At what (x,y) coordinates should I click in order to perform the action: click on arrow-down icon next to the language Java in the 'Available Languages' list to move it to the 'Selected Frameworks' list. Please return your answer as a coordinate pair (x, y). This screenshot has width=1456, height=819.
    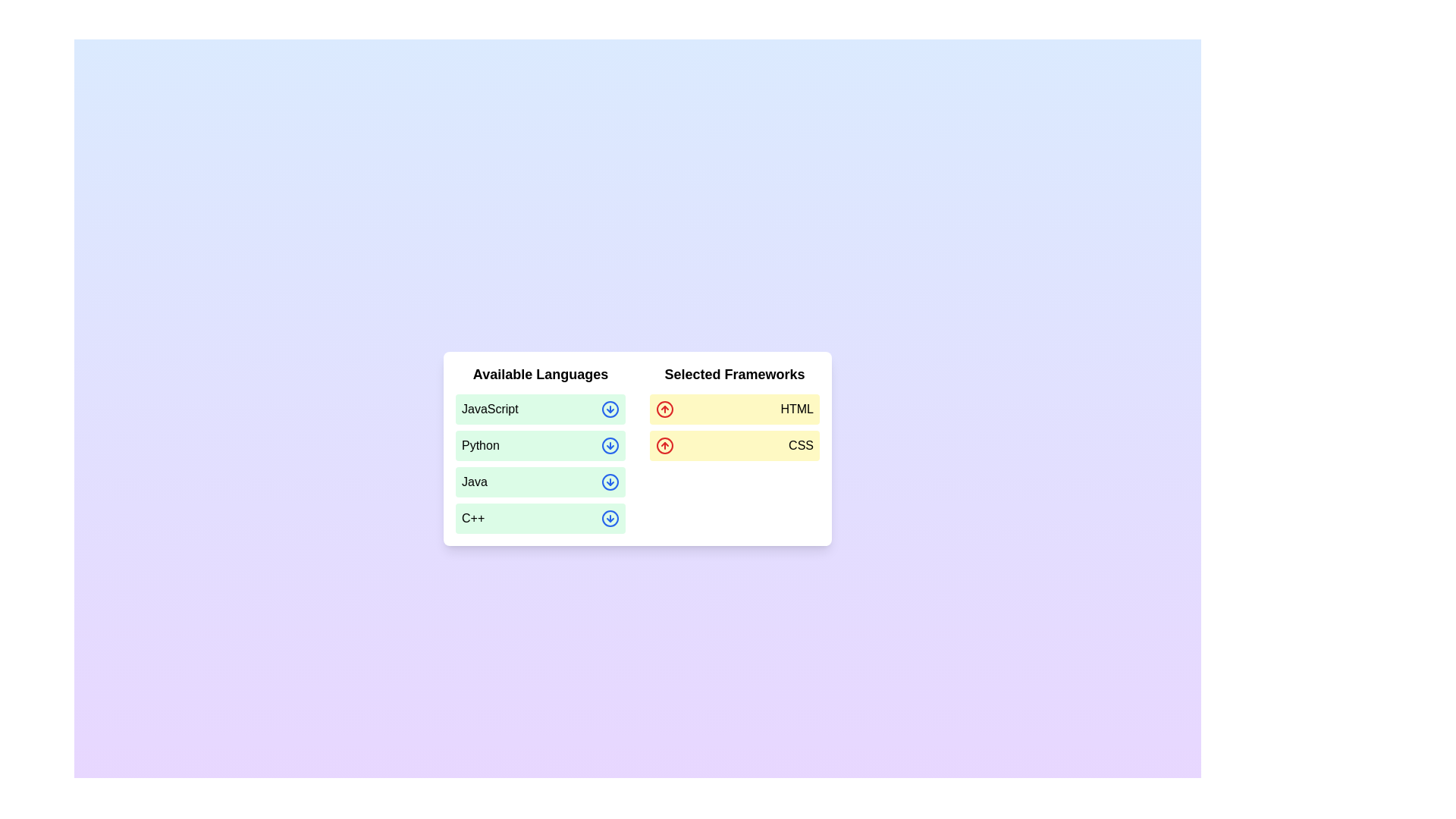
    Looking at the image, I should click on (610, 482).